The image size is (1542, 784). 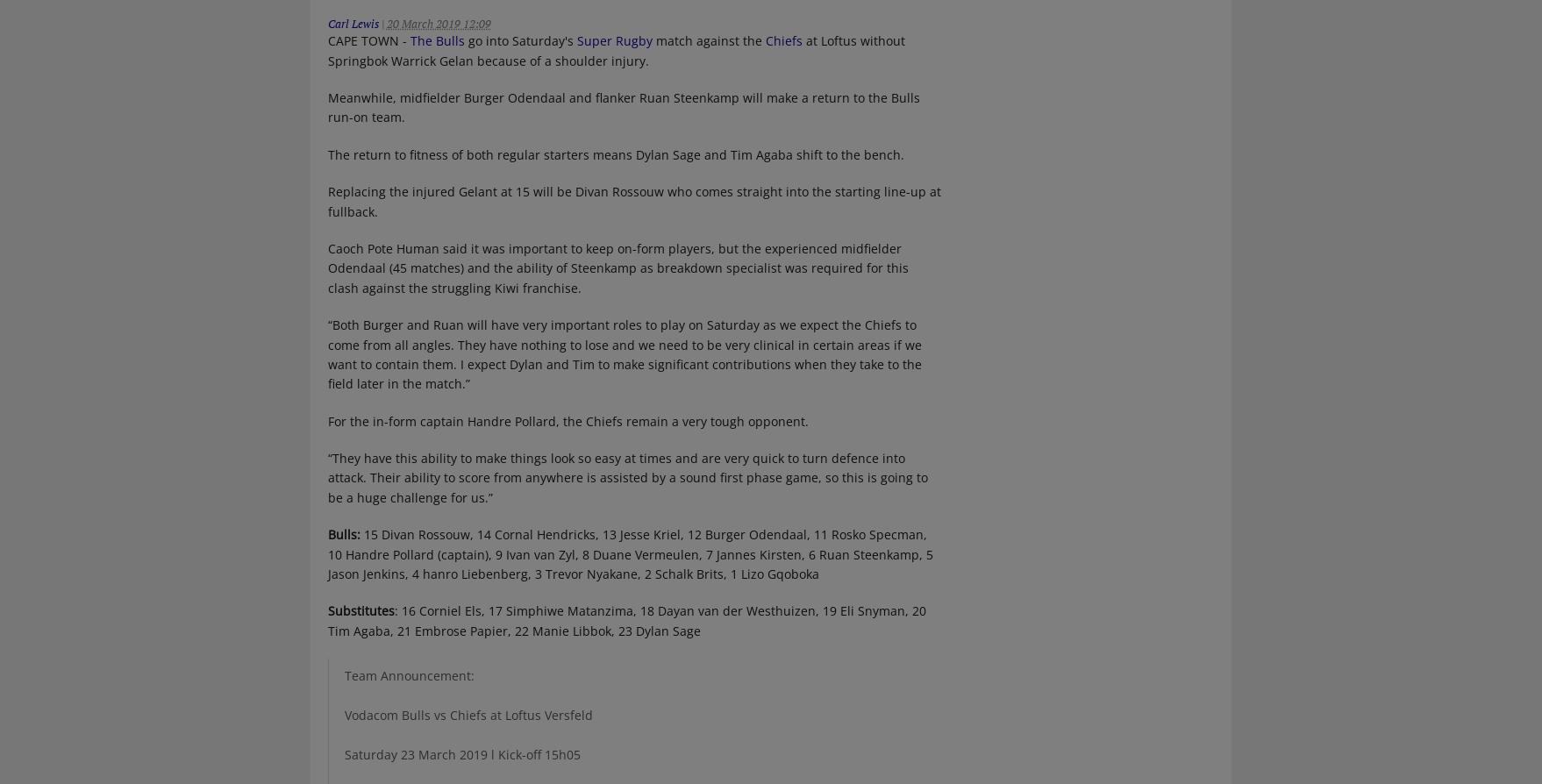 I want to click on 'Bulls:', so click(x=345, y=534).